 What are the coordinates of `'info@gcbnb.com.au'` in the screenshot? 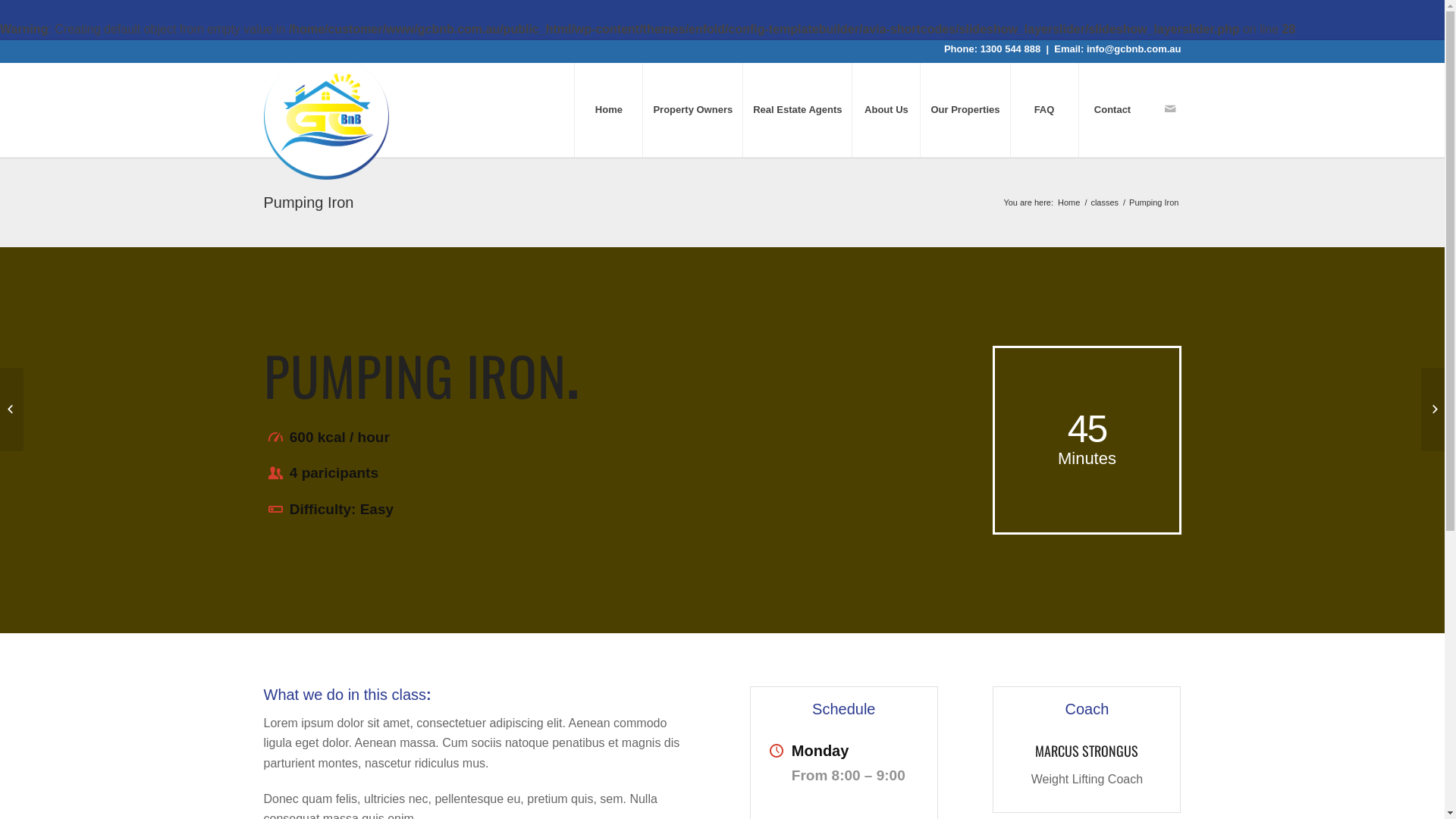 It's located at (1086, 48).